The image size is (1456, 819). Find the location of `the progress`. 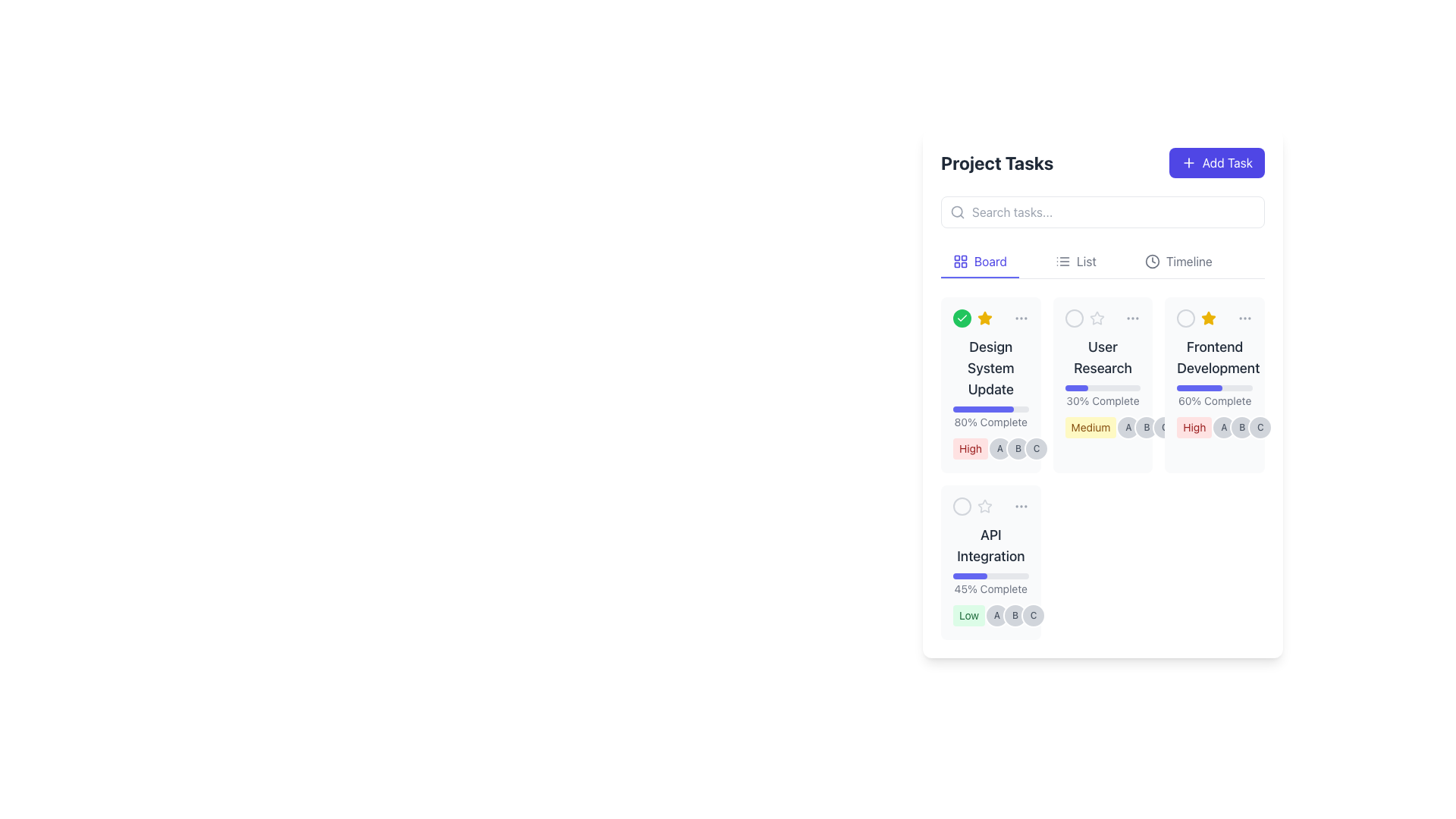

the progress is located at coordinates (1175, 388).